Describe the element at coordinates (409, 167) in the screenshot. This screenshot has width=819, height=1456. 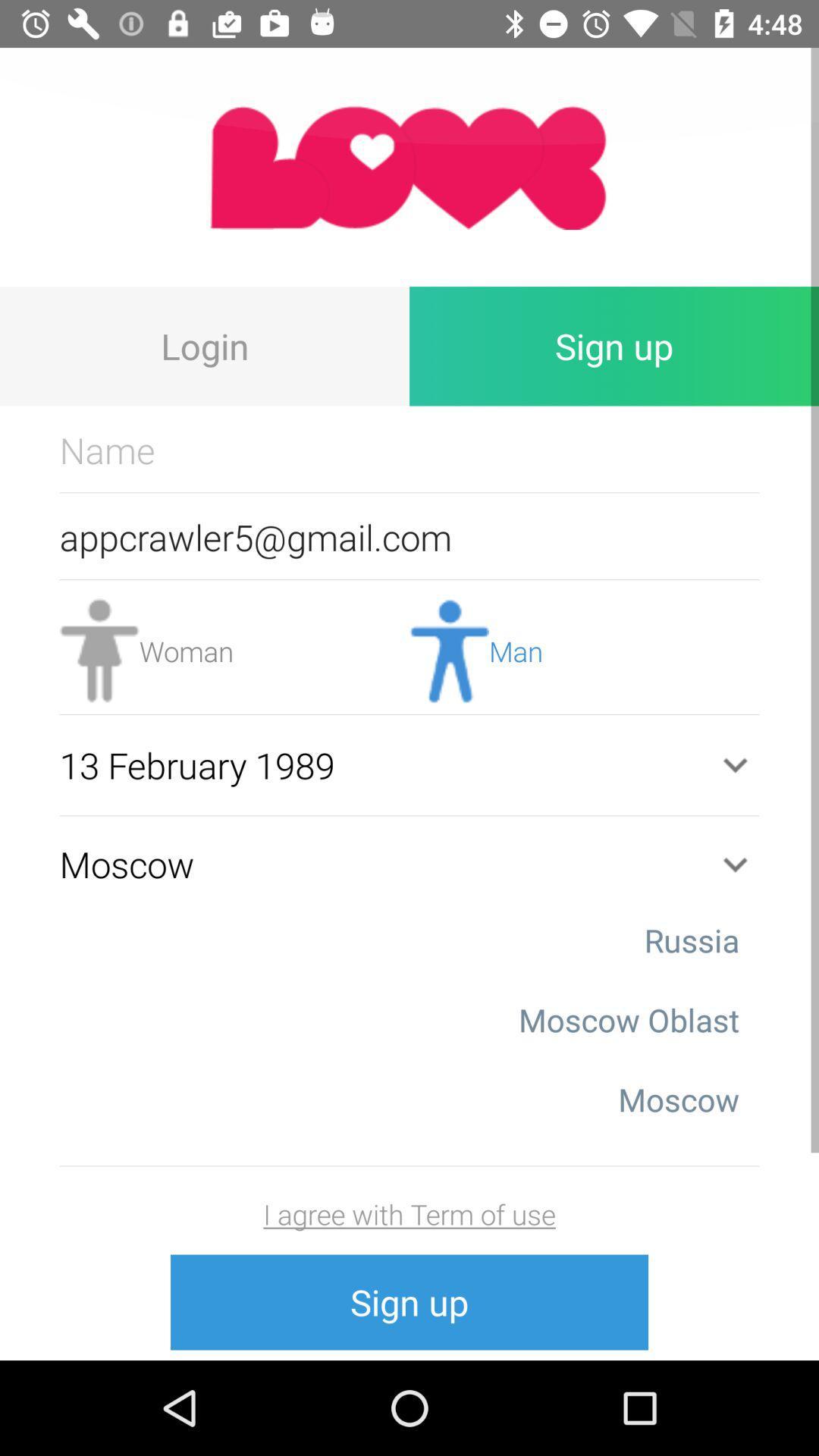
I see `home page` at that location.